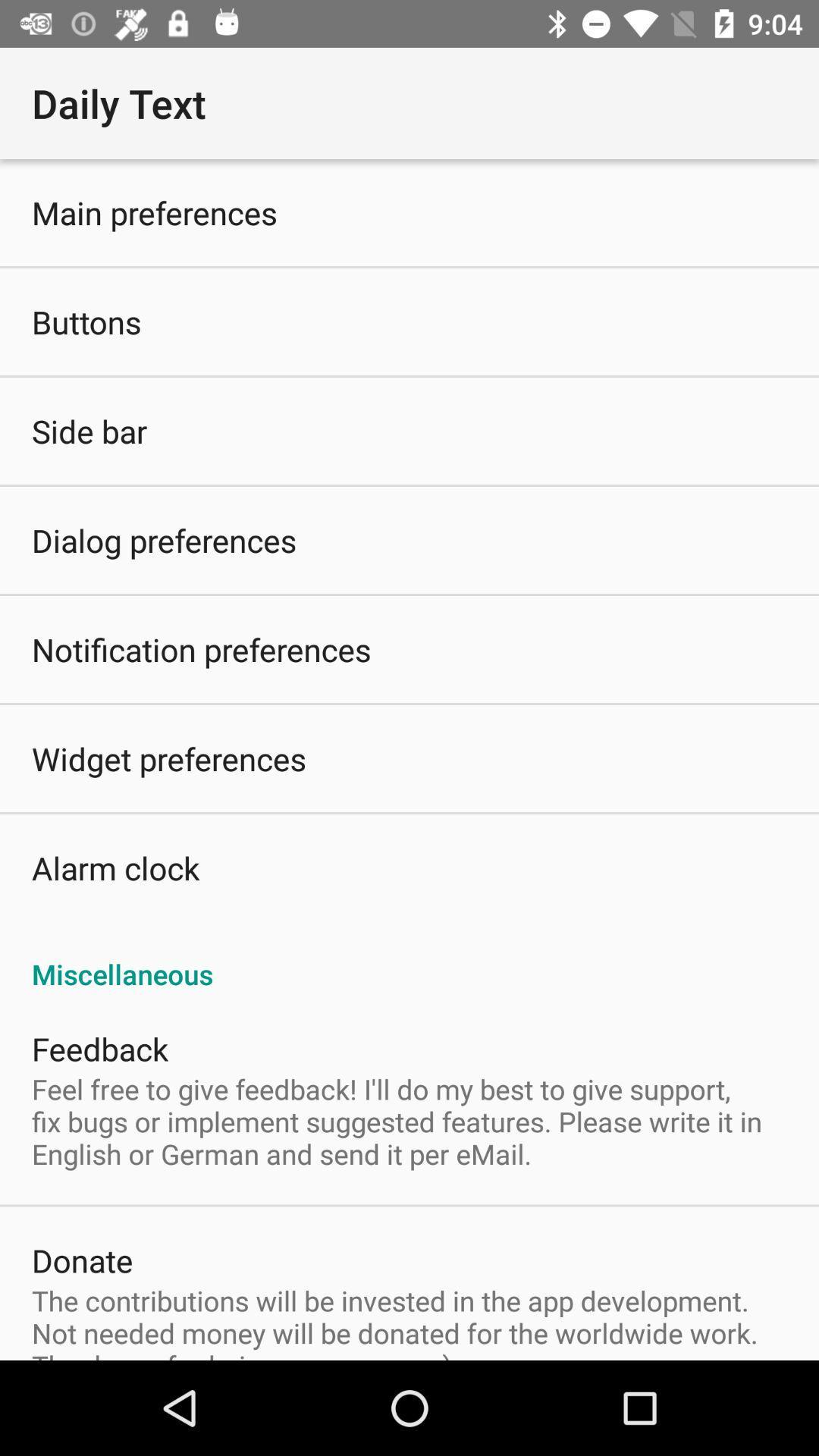 This screenshot has width=819, height=1456. What do you see at coordinates (409, 760) in the screenshot?
I see `item below the daily text item` at bounding box center [409, 760].